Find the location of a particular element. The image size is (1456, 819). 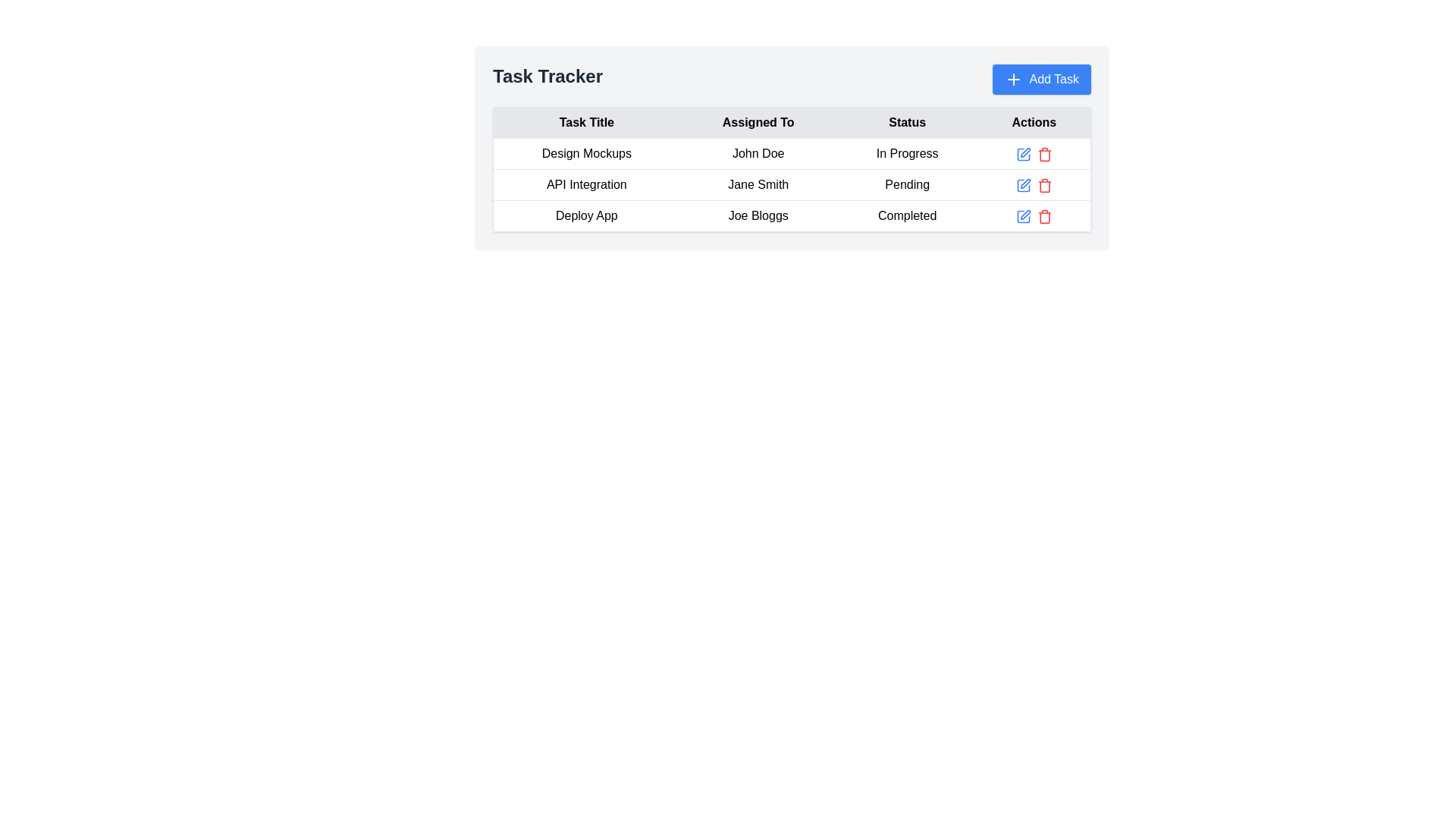

the blue button labeled 'Add Task' with a plus icon is located at coordinates (1041, 79).